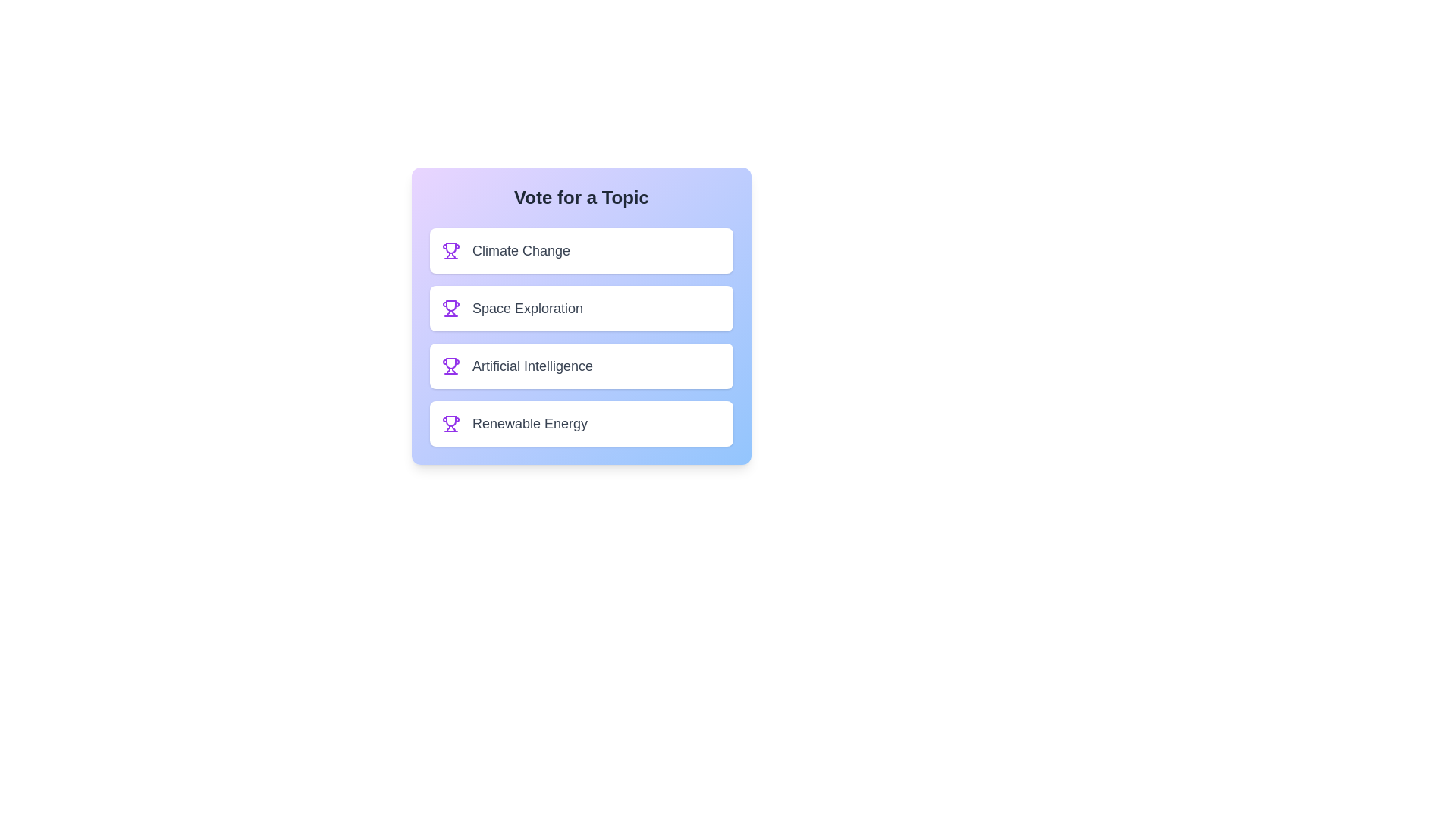  Describe the element at coordinates (450, 308) in the screenshot. I see `the trophy icon with a metallic appearance styled in purple, located to the left of the text 'Space Exploration' inside the second card in a vertical list` at that location.